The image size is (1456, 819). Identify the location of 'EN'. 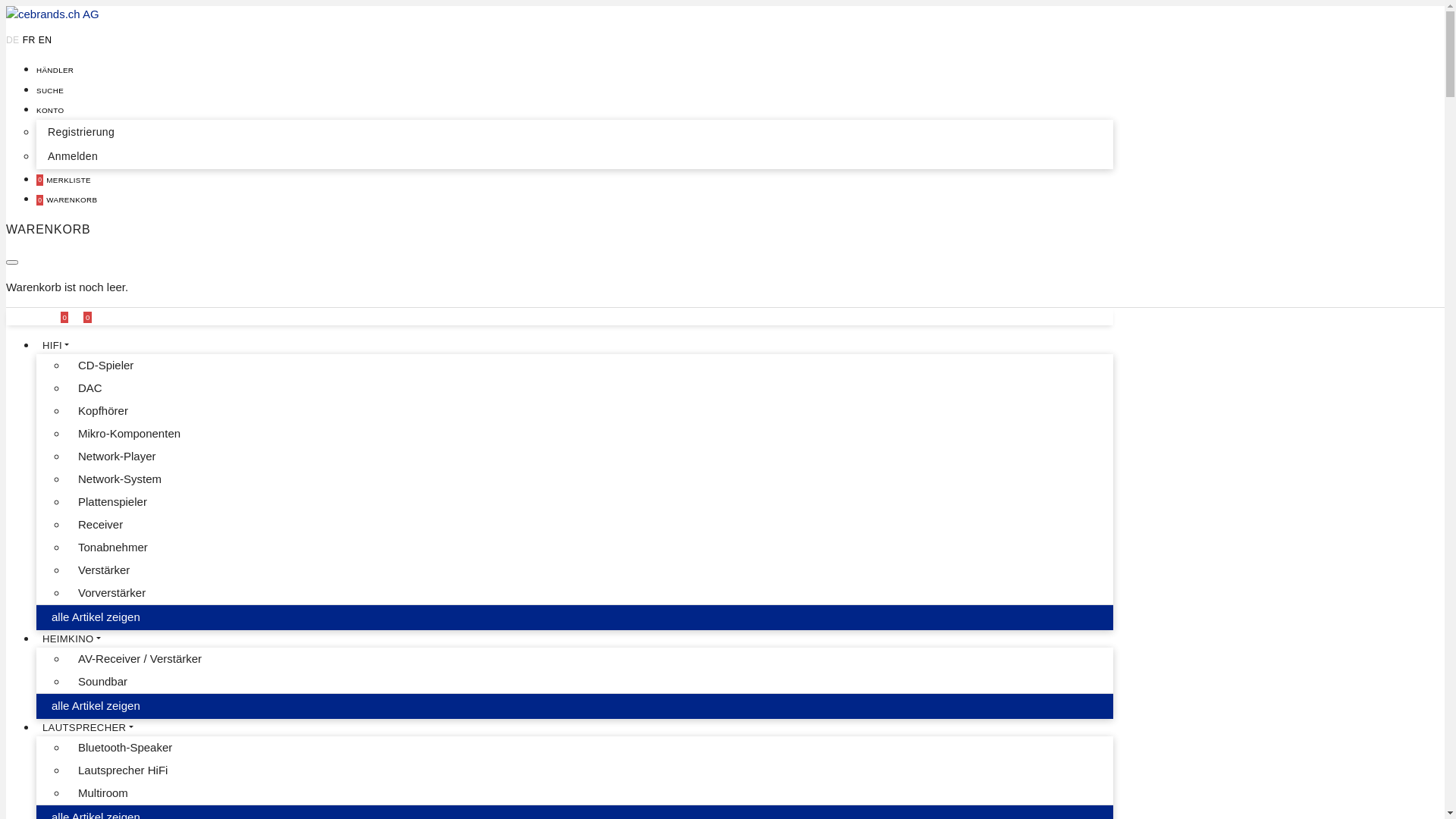
(39, 39).